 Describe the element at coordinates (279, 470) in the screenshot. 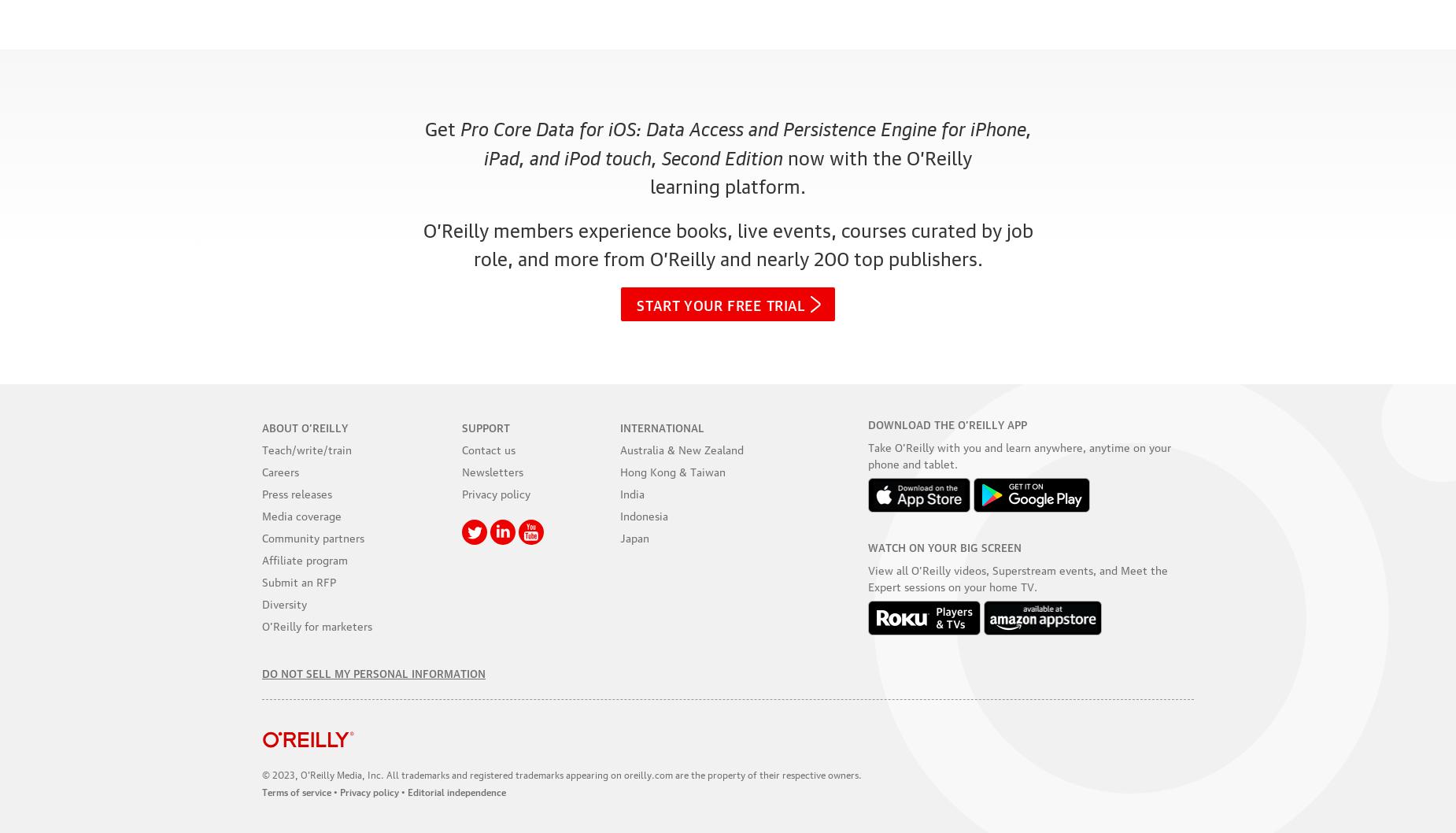

I see `'Careers'` at that location.